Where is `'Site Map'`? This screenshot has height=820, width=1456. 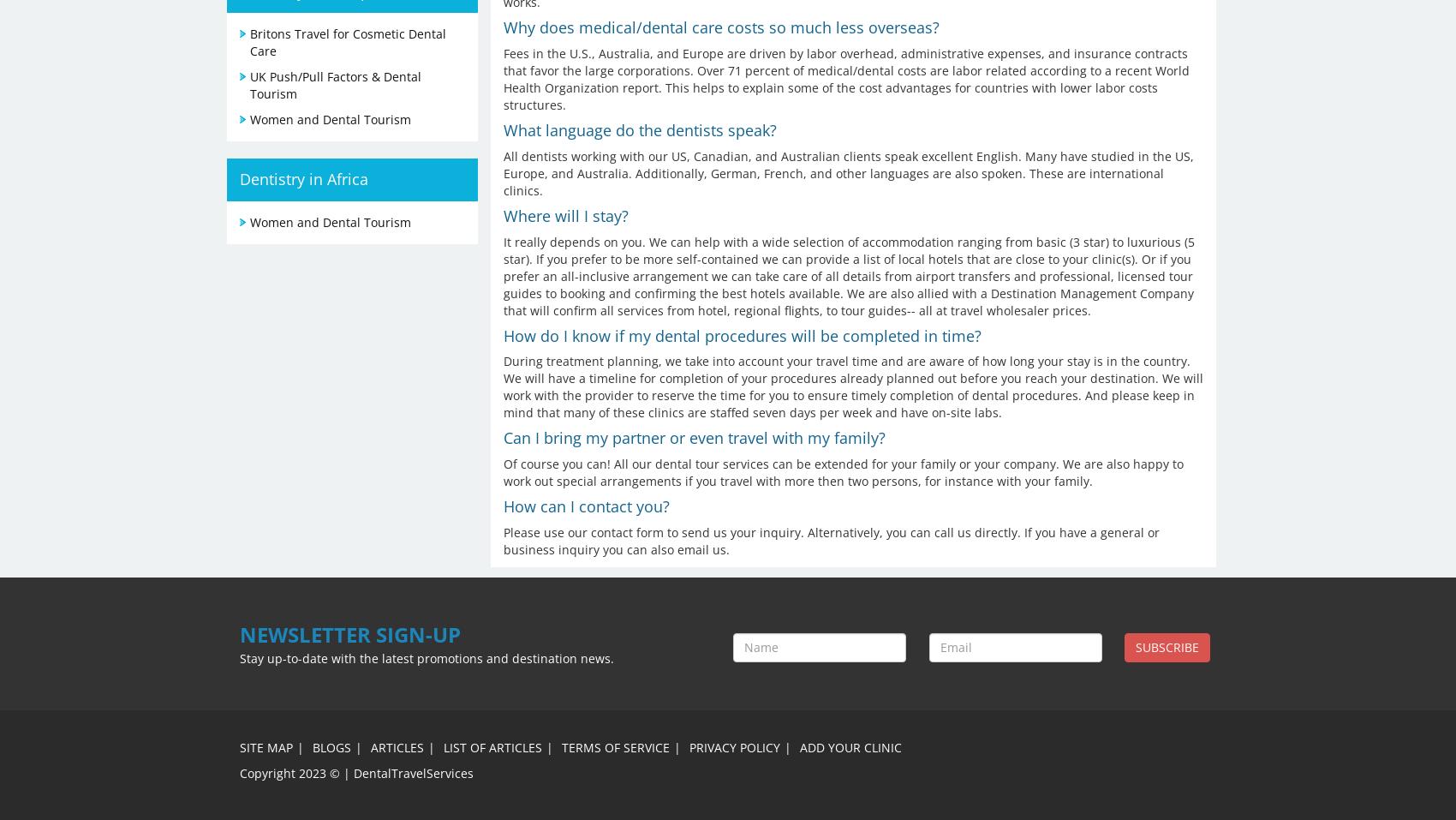
'Site Map' is located at coordinates (266, 746).